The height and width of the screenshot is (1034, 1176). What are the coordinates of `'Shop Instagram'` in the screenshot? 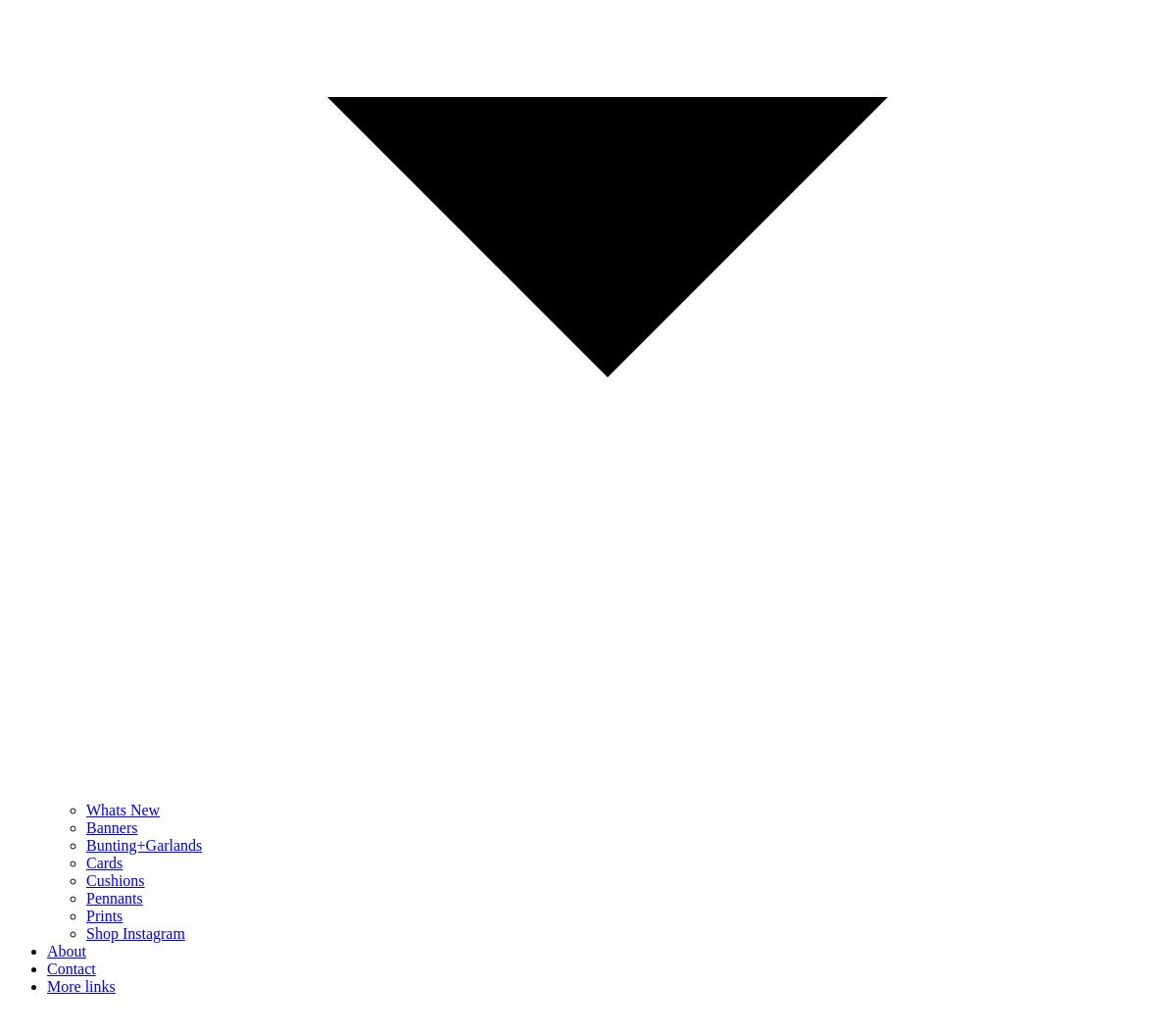 It's located at (135, 933).